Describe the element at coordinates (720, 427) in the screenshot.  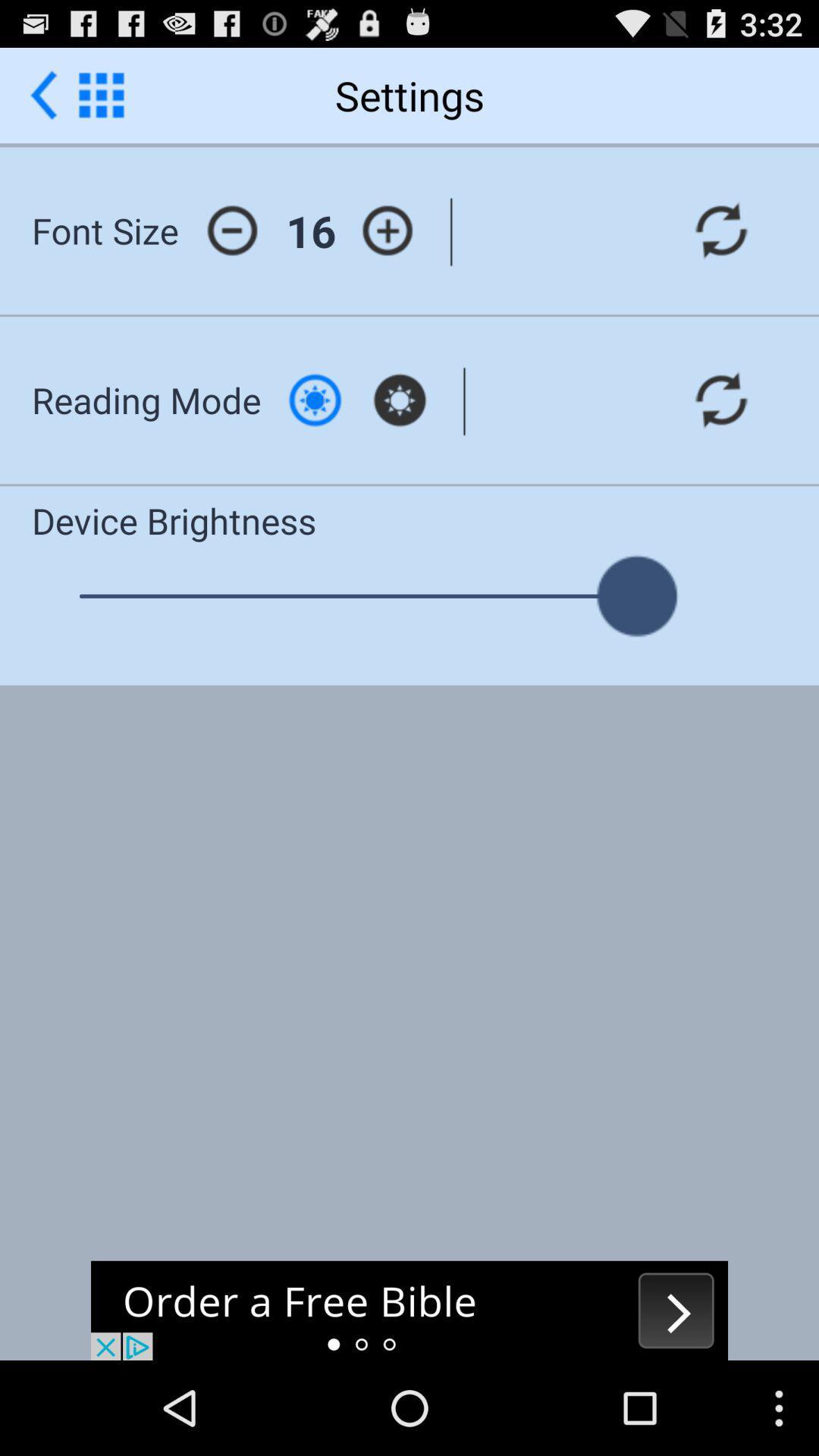
I see `the refresh icon` at that location.